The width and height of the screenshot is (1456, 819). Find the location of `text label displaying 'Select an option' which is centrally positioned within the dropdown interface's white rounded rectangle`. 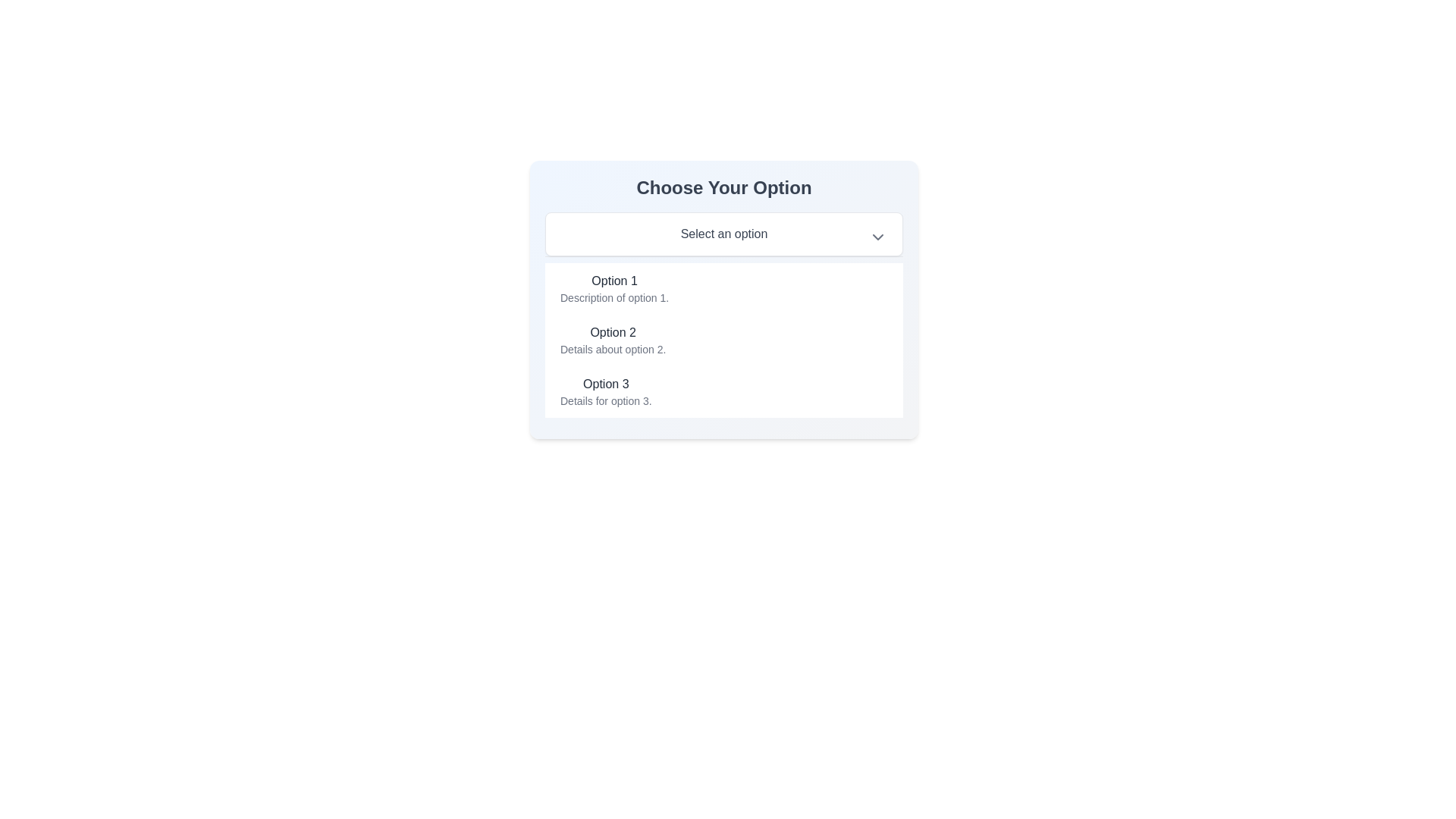

text label displaying 'Select an option' which is centrally positioned within the dropdown interface's white rounded rectangle is located at coordinates (723, 234).